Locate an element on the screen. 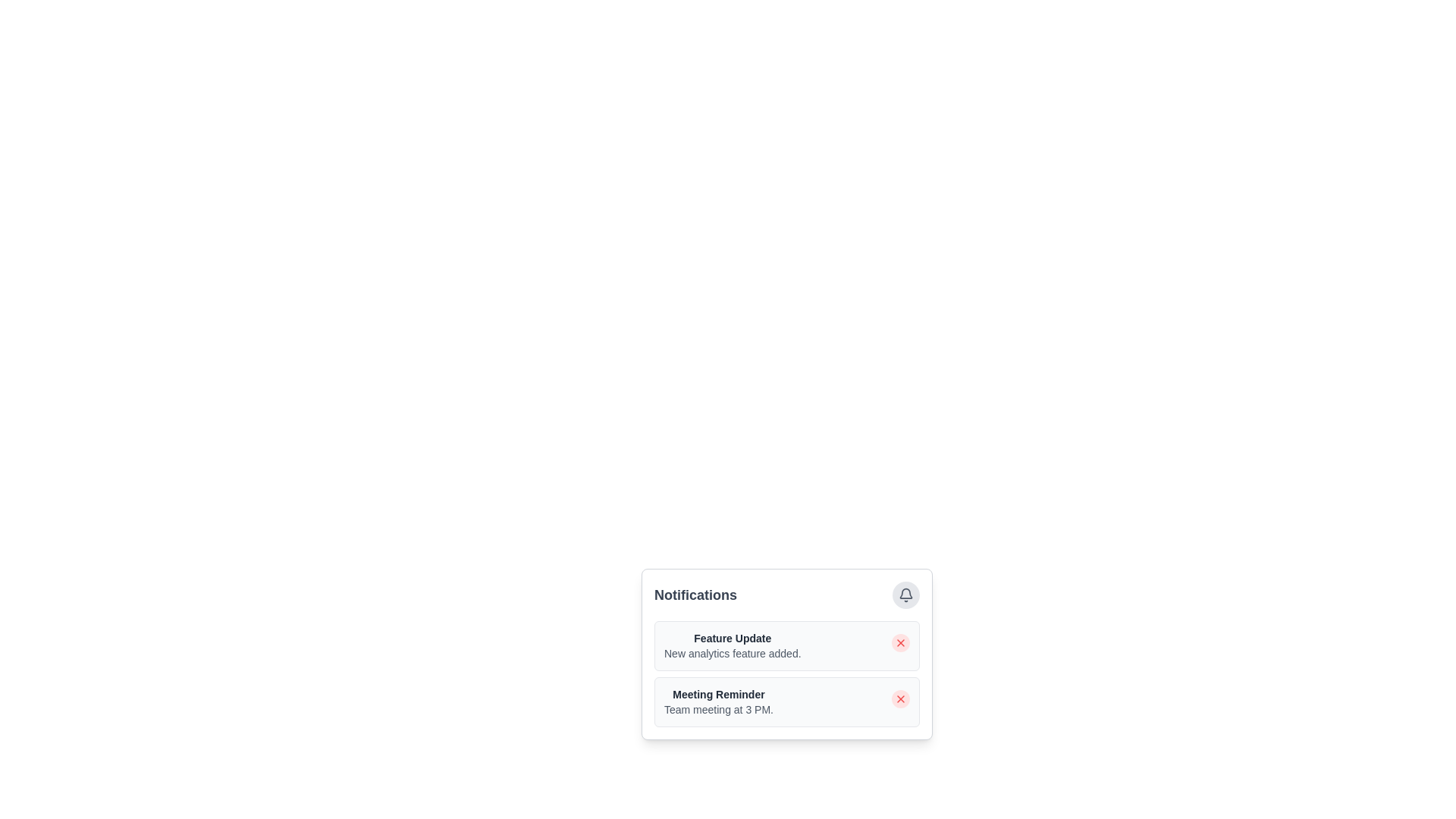 This screenshot has width=1456, height=819. the minimalistic bell icon located in the upper-right corner of the notifications panel to trigger any available tooltip is located at coordinates (906, 595).